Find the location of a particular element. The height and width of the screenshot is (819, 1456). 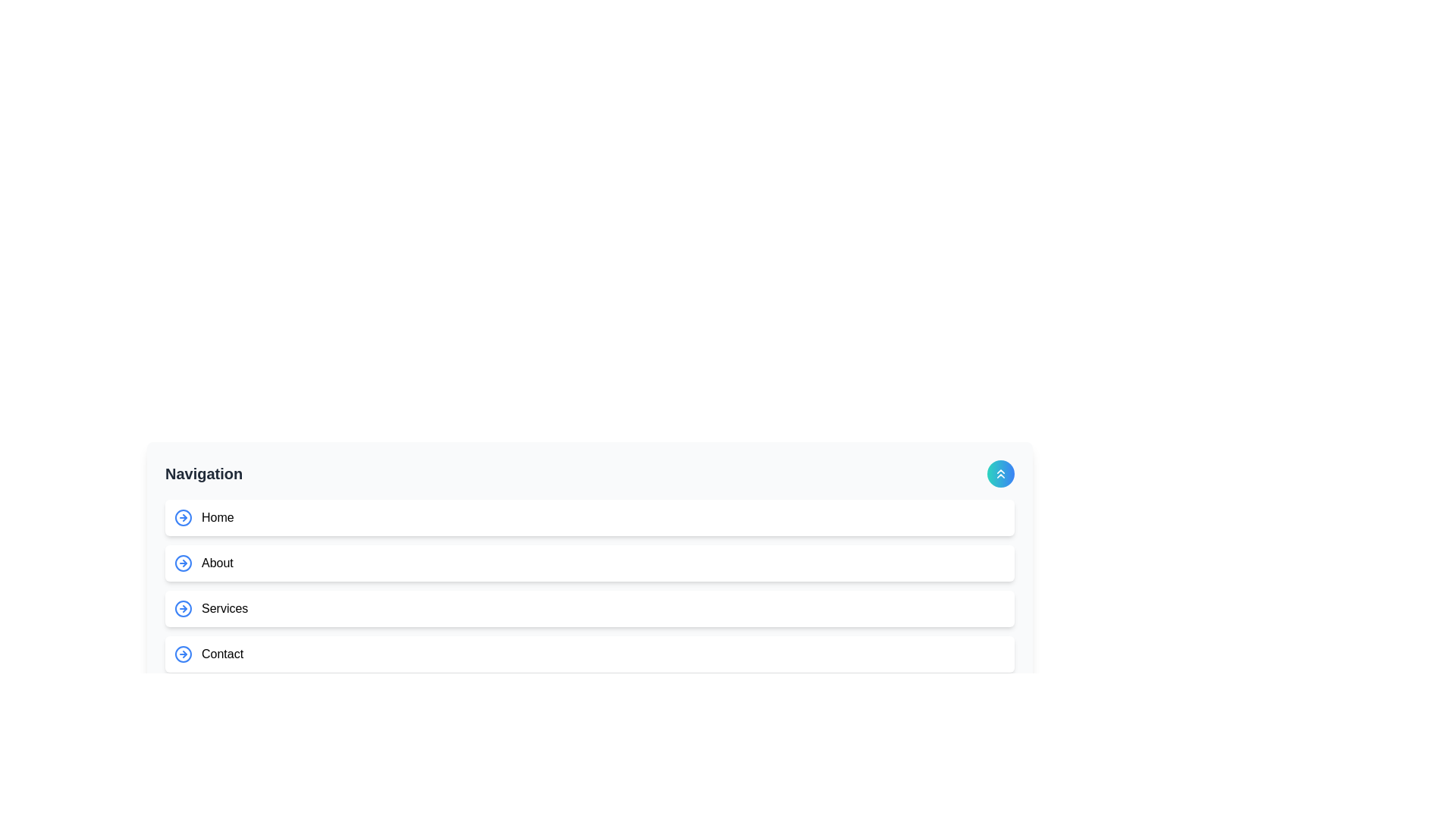

the upward movement icon located inside a circular button with a blue gradient background in the top-right corner of the navigation section is located at coordinates (1001, 472).